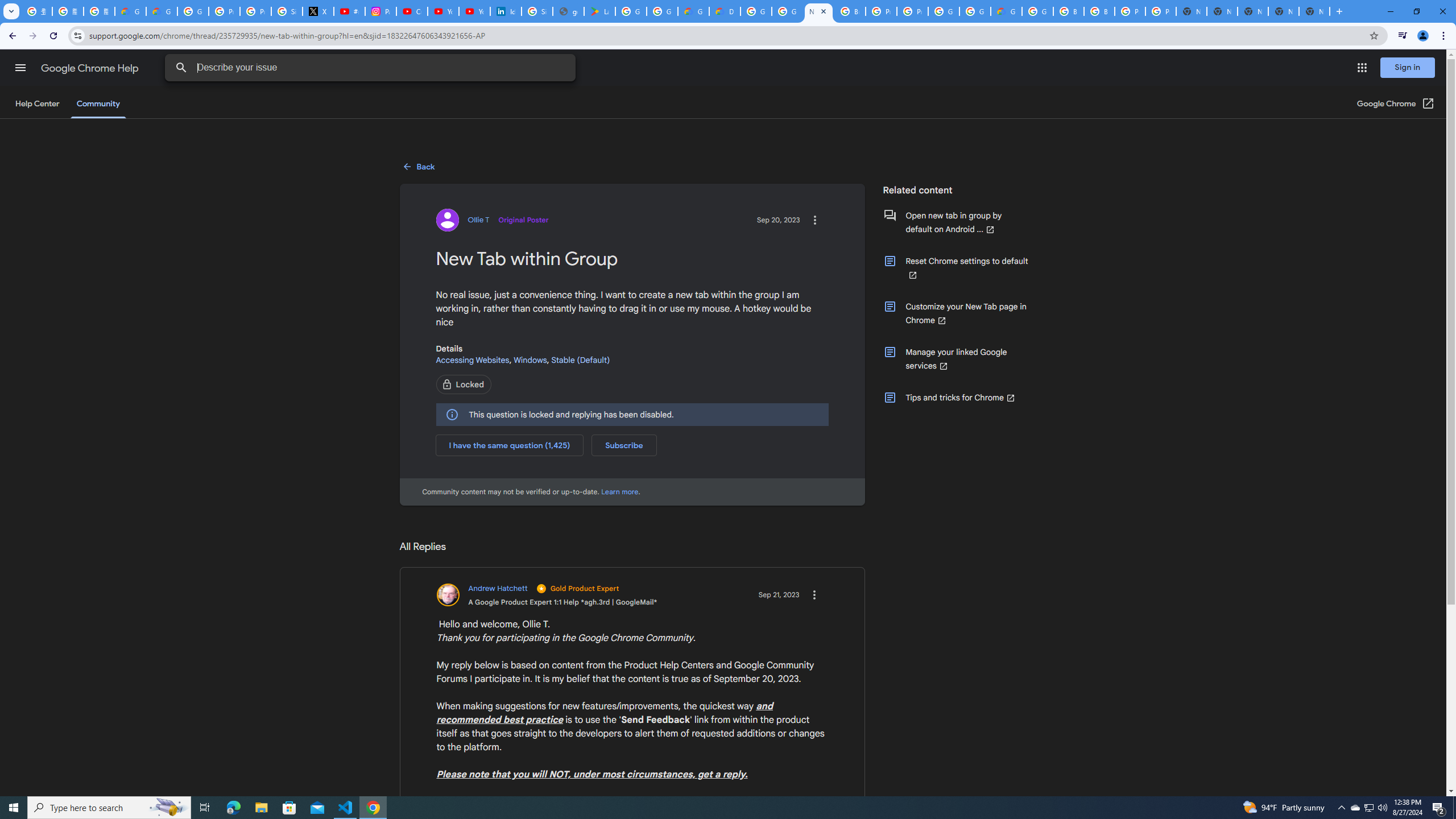  I want to click on 'Action items for the reply', so click(813, 594).